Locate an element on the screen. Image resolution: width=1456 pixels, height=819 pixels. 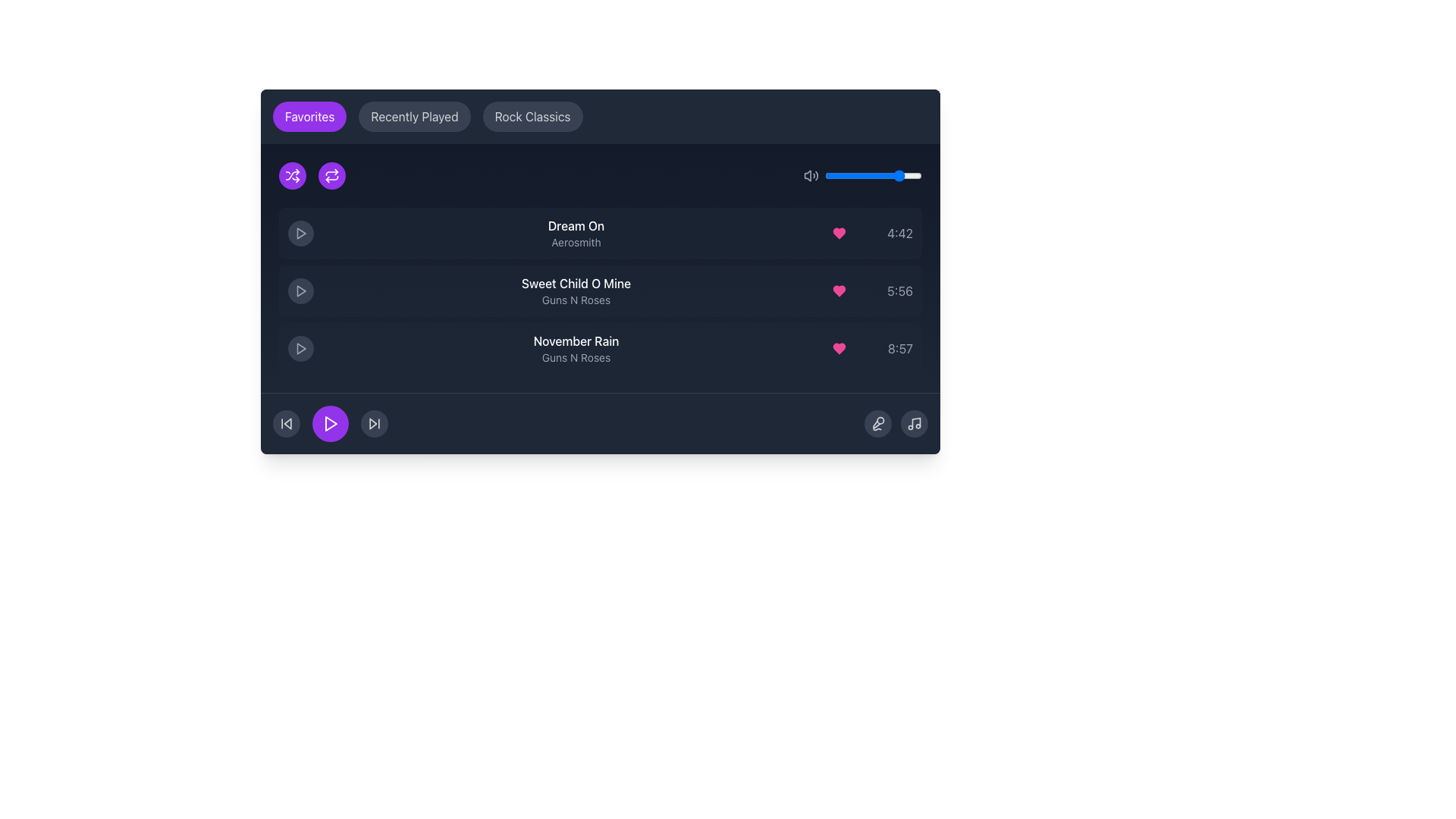
the microphone icon button located in the bottom-right section of the music player interface is located at coordinates (877, 424).